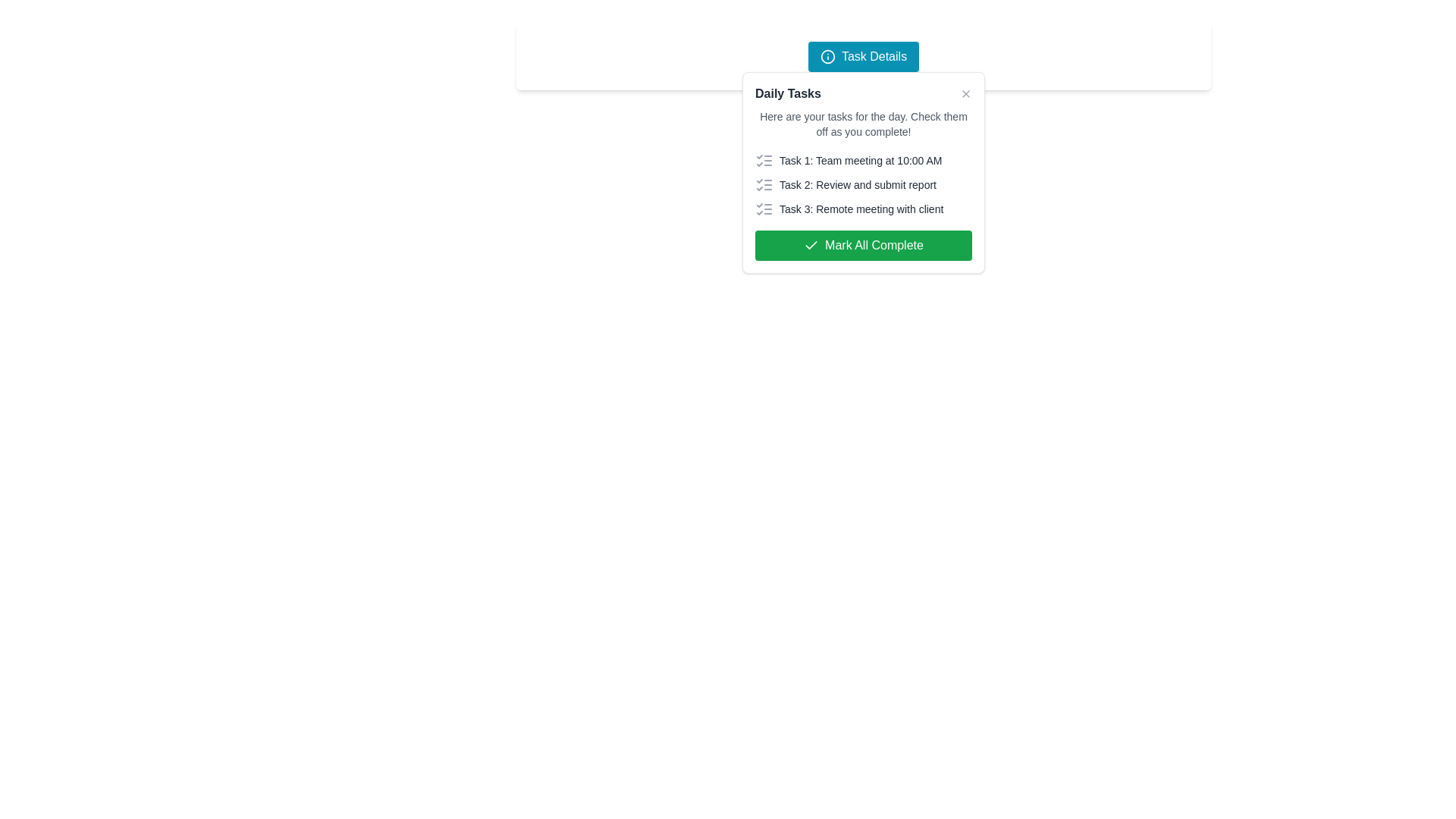 Image resolution: width=1456 pixels, height=819 pixels. Describe the element at coordinates (788, 93) in the screenshot. I see `the prominent heading text 'Daily Tasks' styled in bold dark gray, located in the top section of the popup card` at that location.